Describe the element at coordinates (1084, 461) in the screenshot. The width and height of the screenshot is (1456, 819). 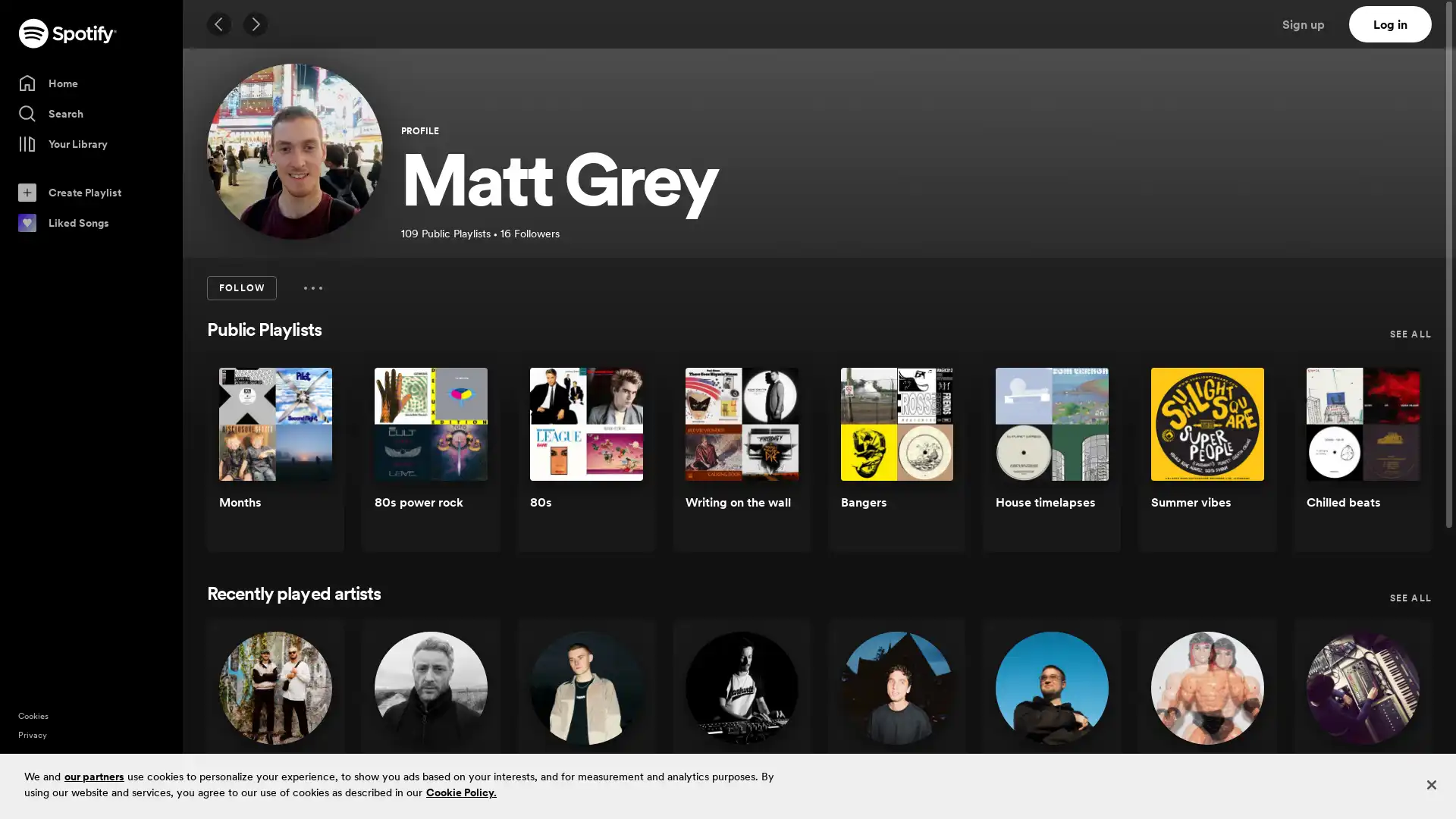
I see `Play House timelapses` at that location.